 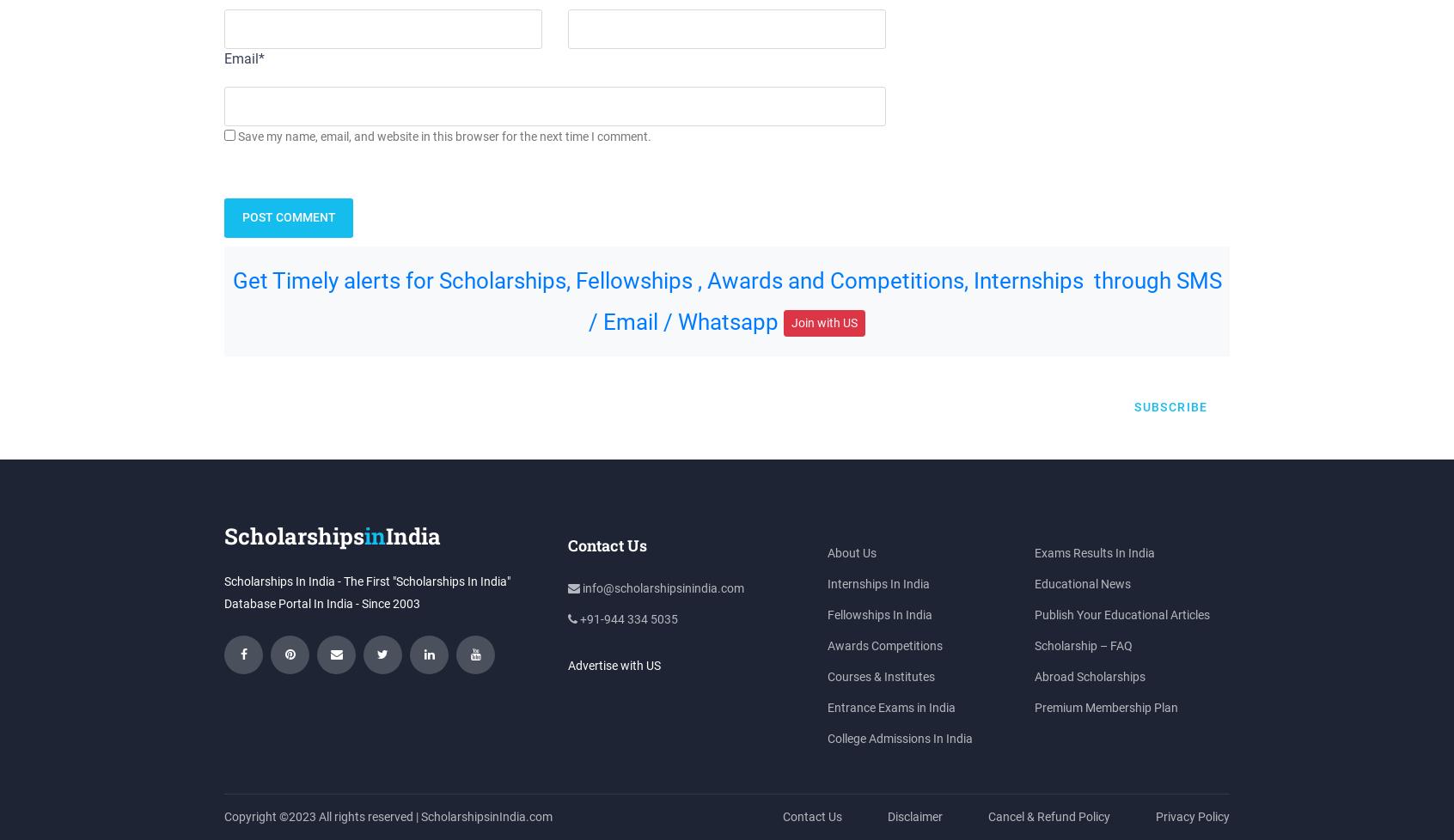 I want to click on 'College Admissions In India', so click(x=899, y=736).